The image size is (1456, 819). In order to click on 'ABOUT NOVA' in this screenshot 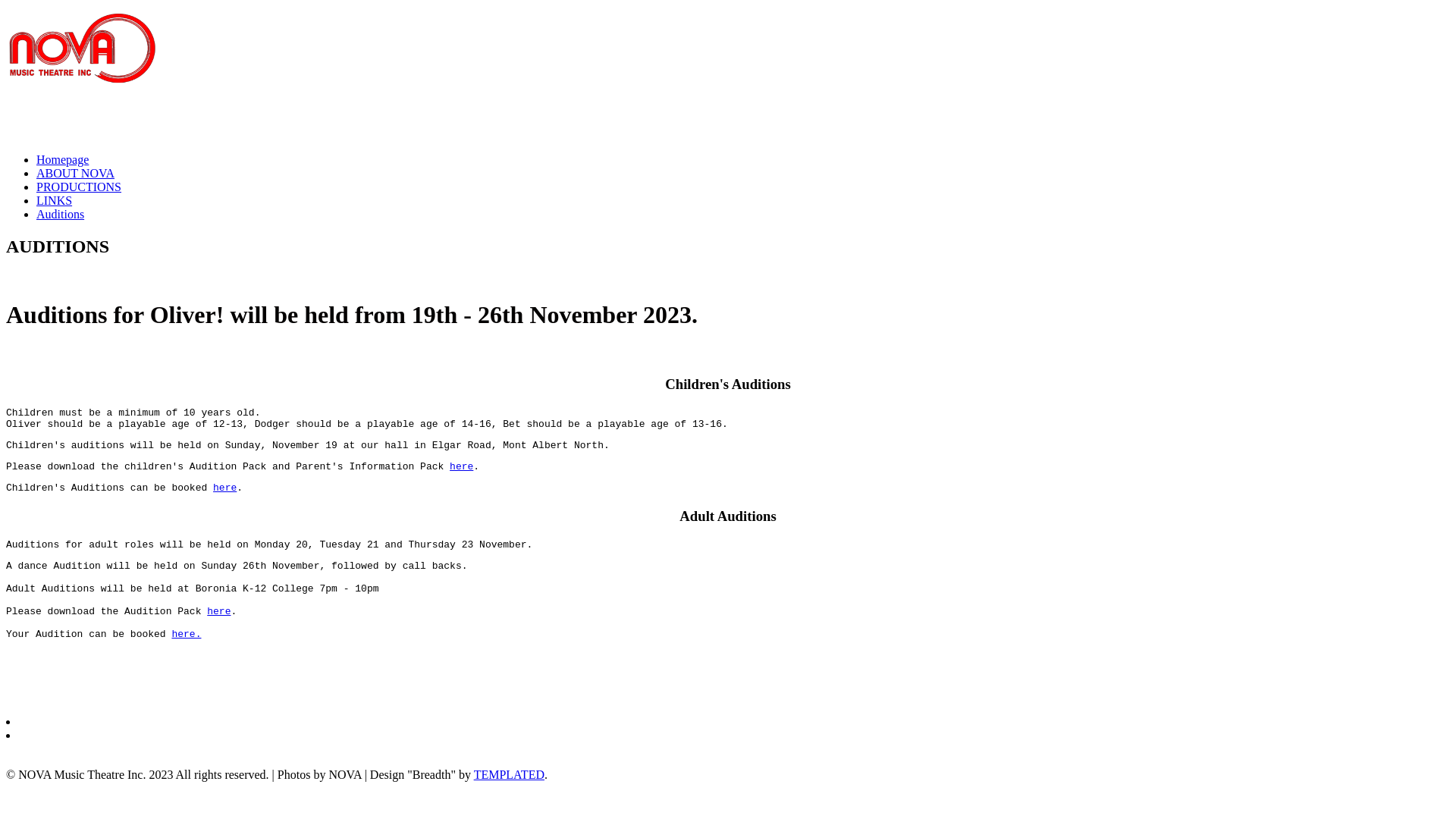, I will do `click(74, 172)`.